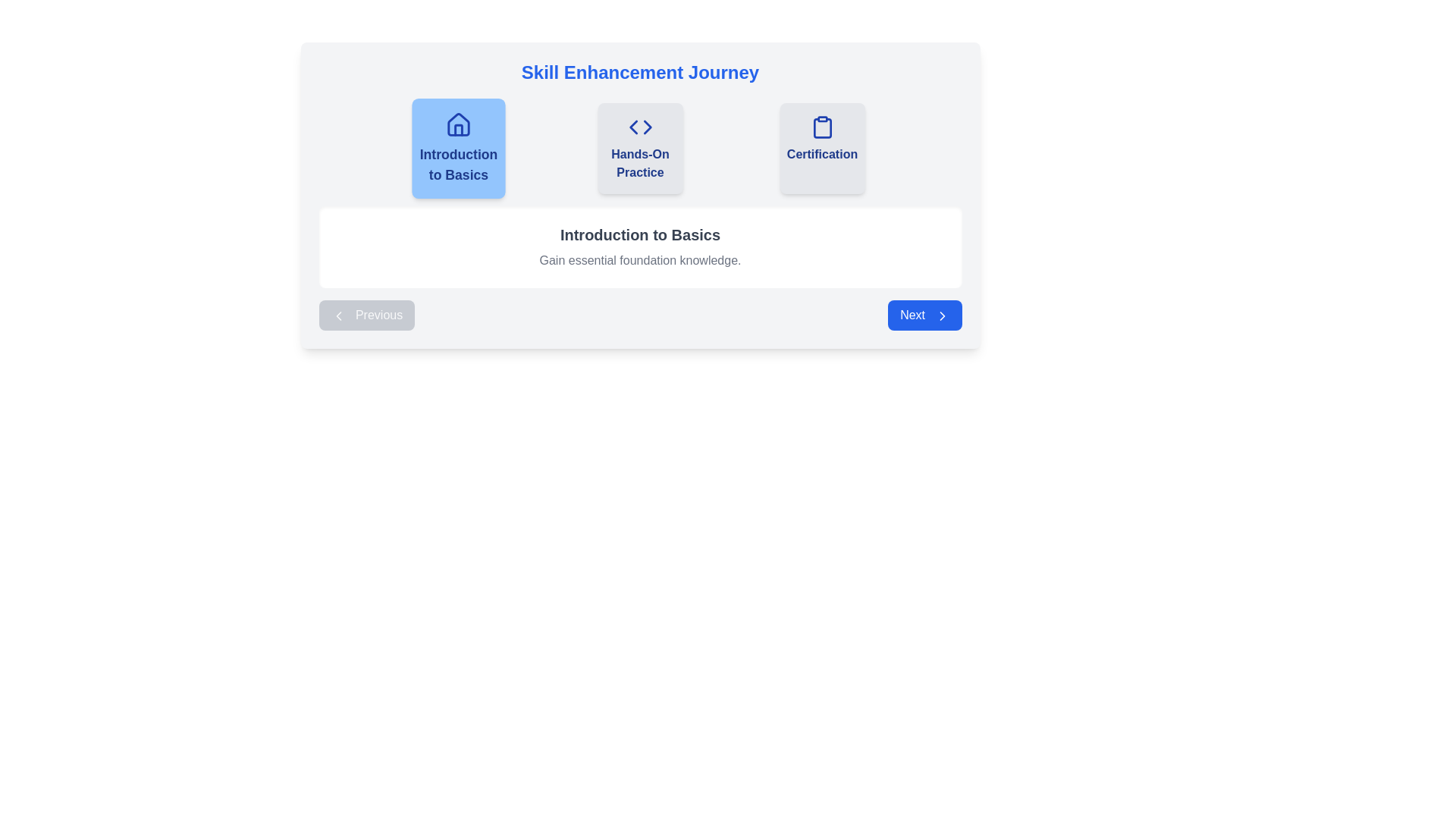 The width and height of the screenshot is (1456, 819). Describe the element at coordinates (457, 165) in the screenshot. I see `the text label within the first card on the left under 'Skill Enhancement Journey', which summarizes the content of the section and is located below a house-shaped icon` at that location.